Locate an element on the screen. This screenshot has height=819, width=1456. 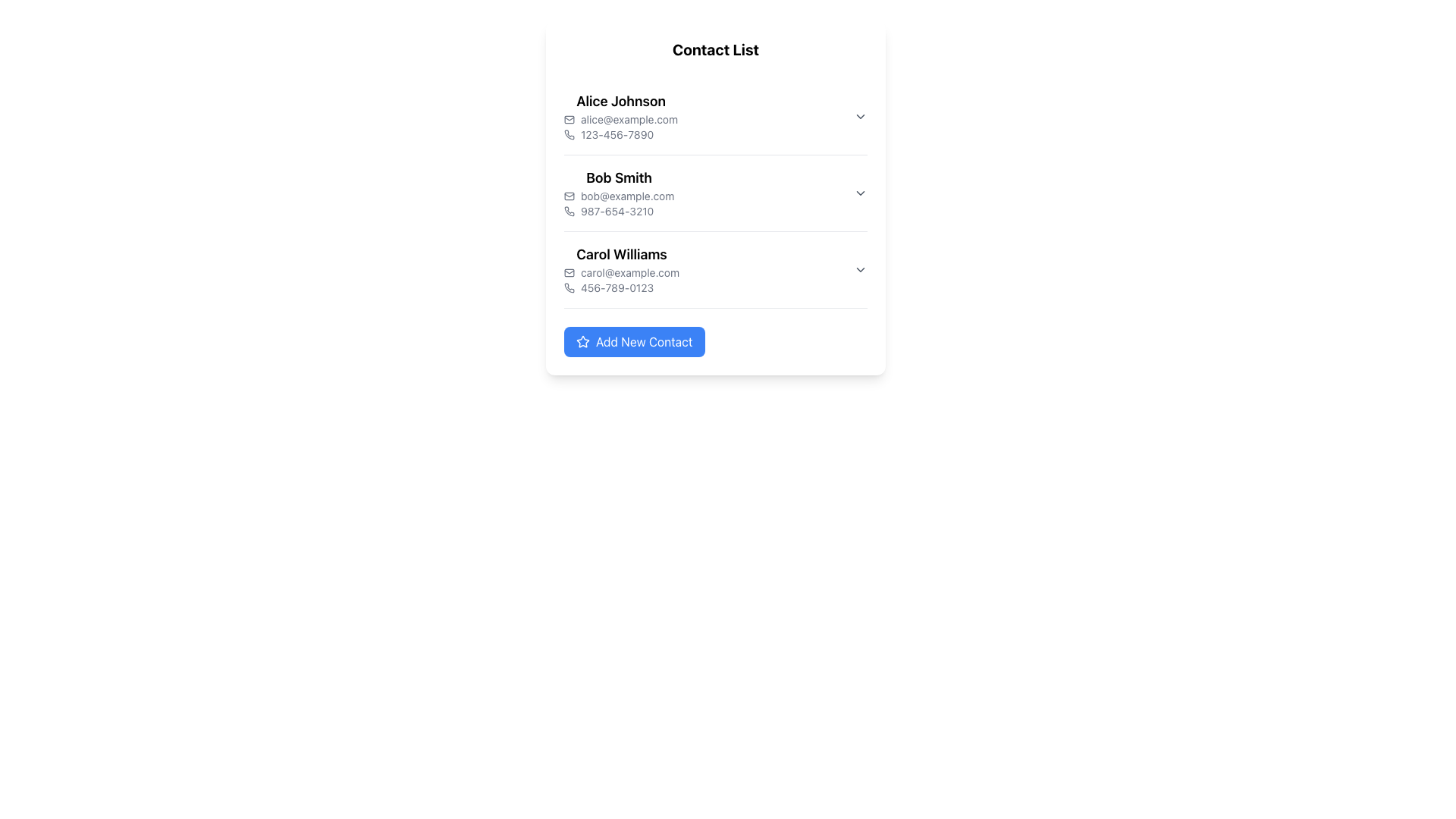
the first contact entry in the list, which displays the name 'Alice Johnson', email 'alice@example.com', and phone number '123-456-7890' is located at coordinates (715, 116).